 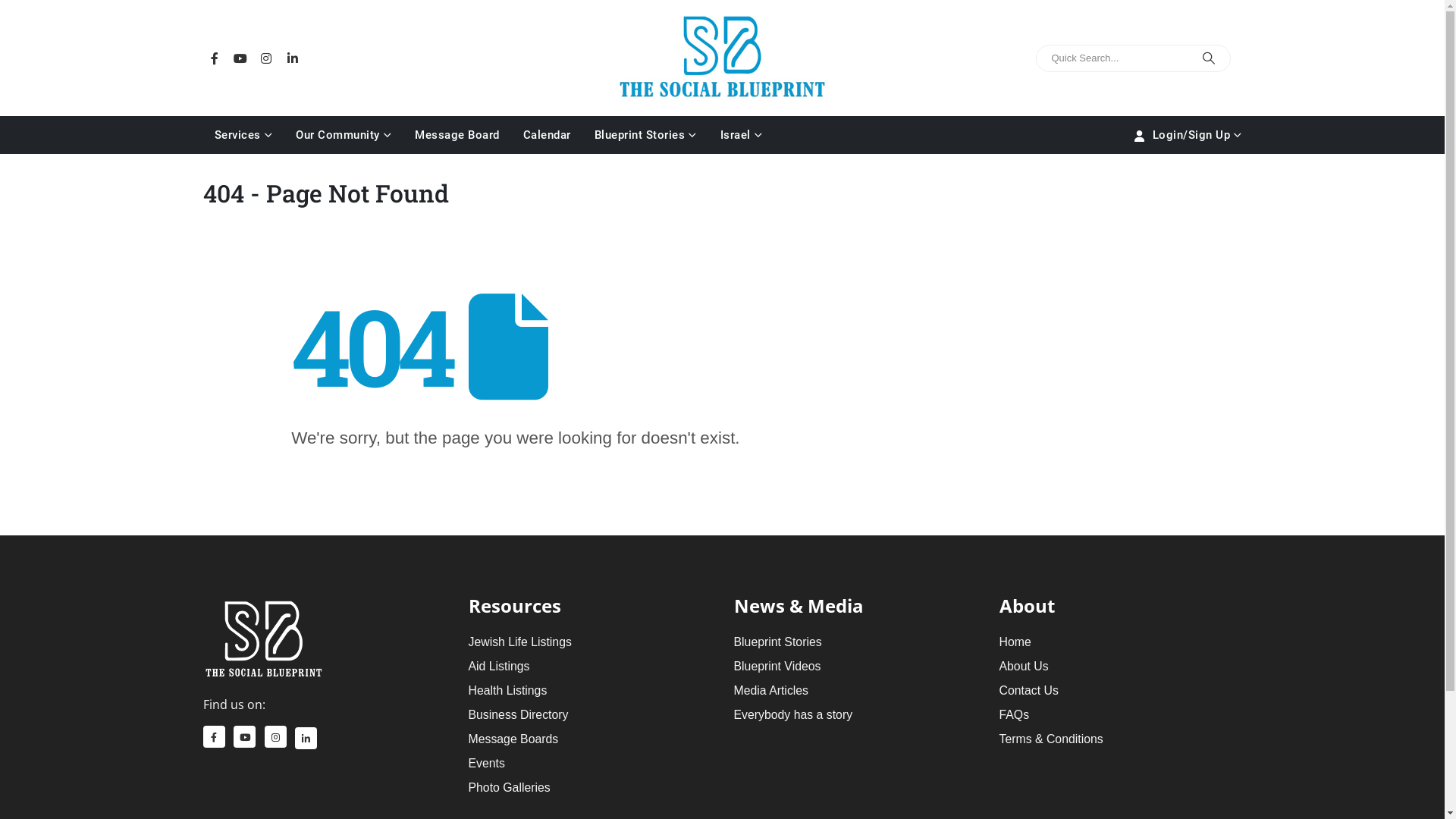 I want to click on 'Contact Us', so click(x=1029, y=690).